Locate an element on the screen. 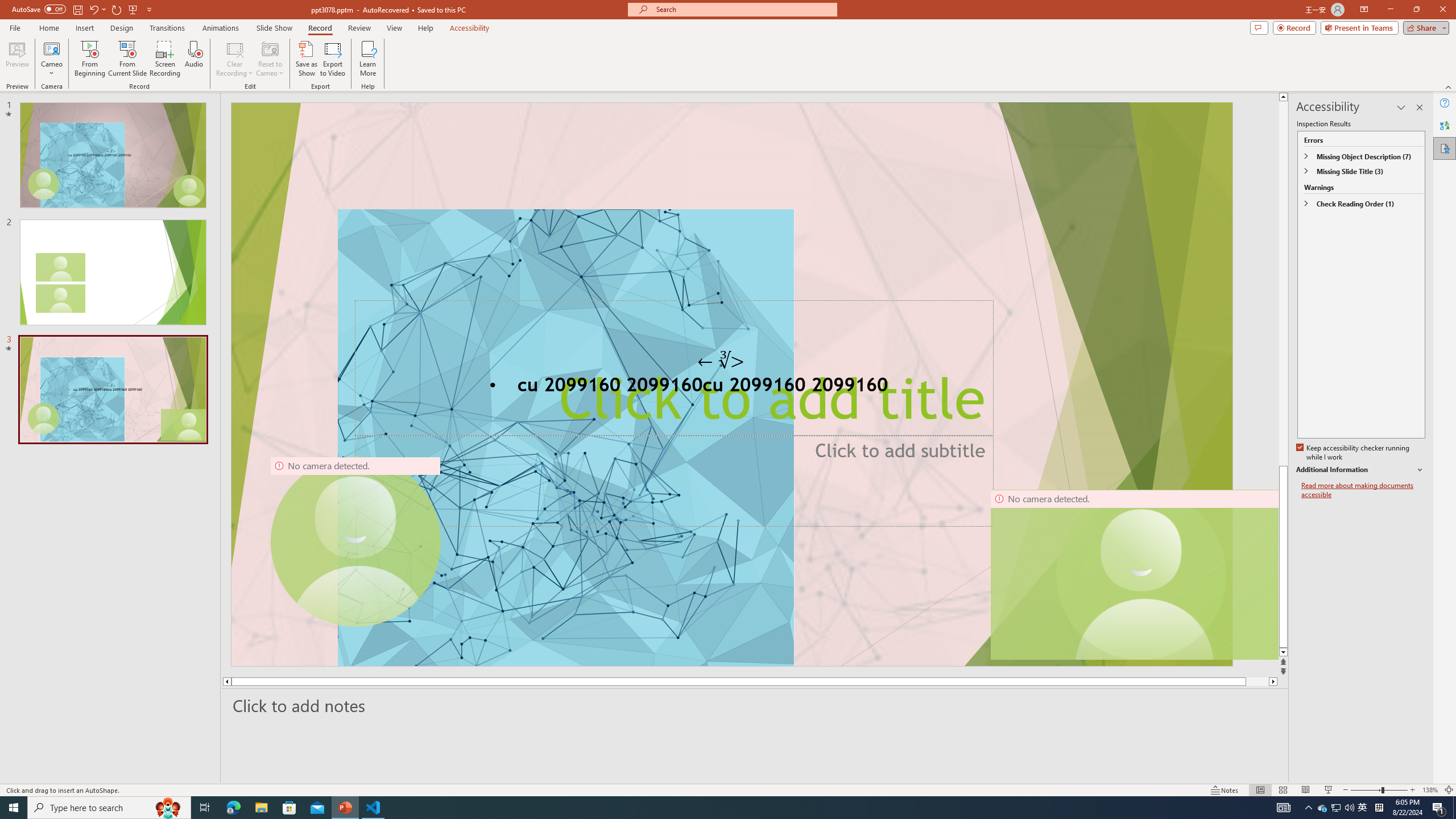  'Save as Show' is located at coordinates (306, 59).